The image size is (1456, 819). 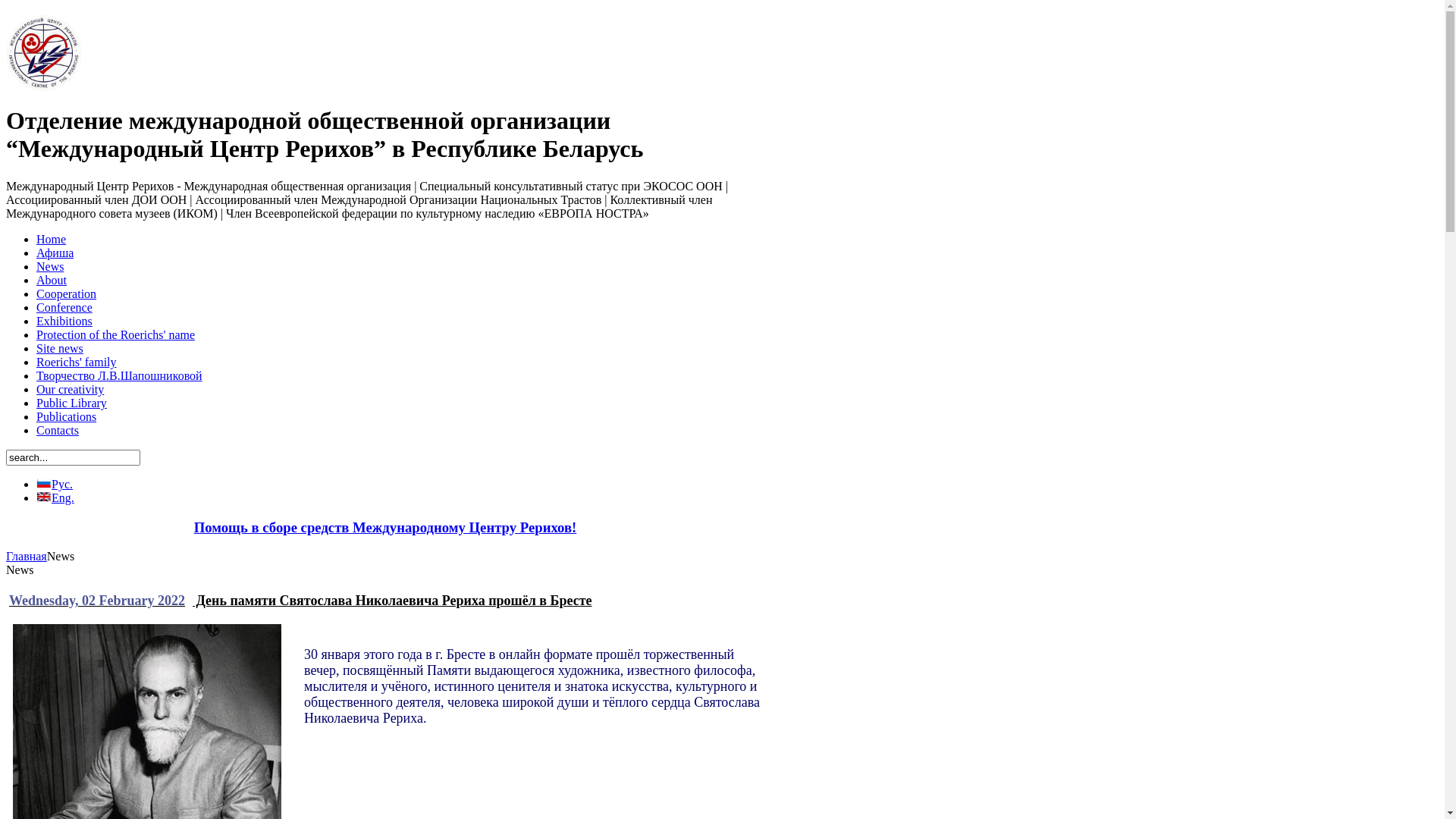 What do you see at coordinates (115, 334) in the screenshot?
I see `'Protection of the Roerichs' name'` at bounding box center [115, 334].